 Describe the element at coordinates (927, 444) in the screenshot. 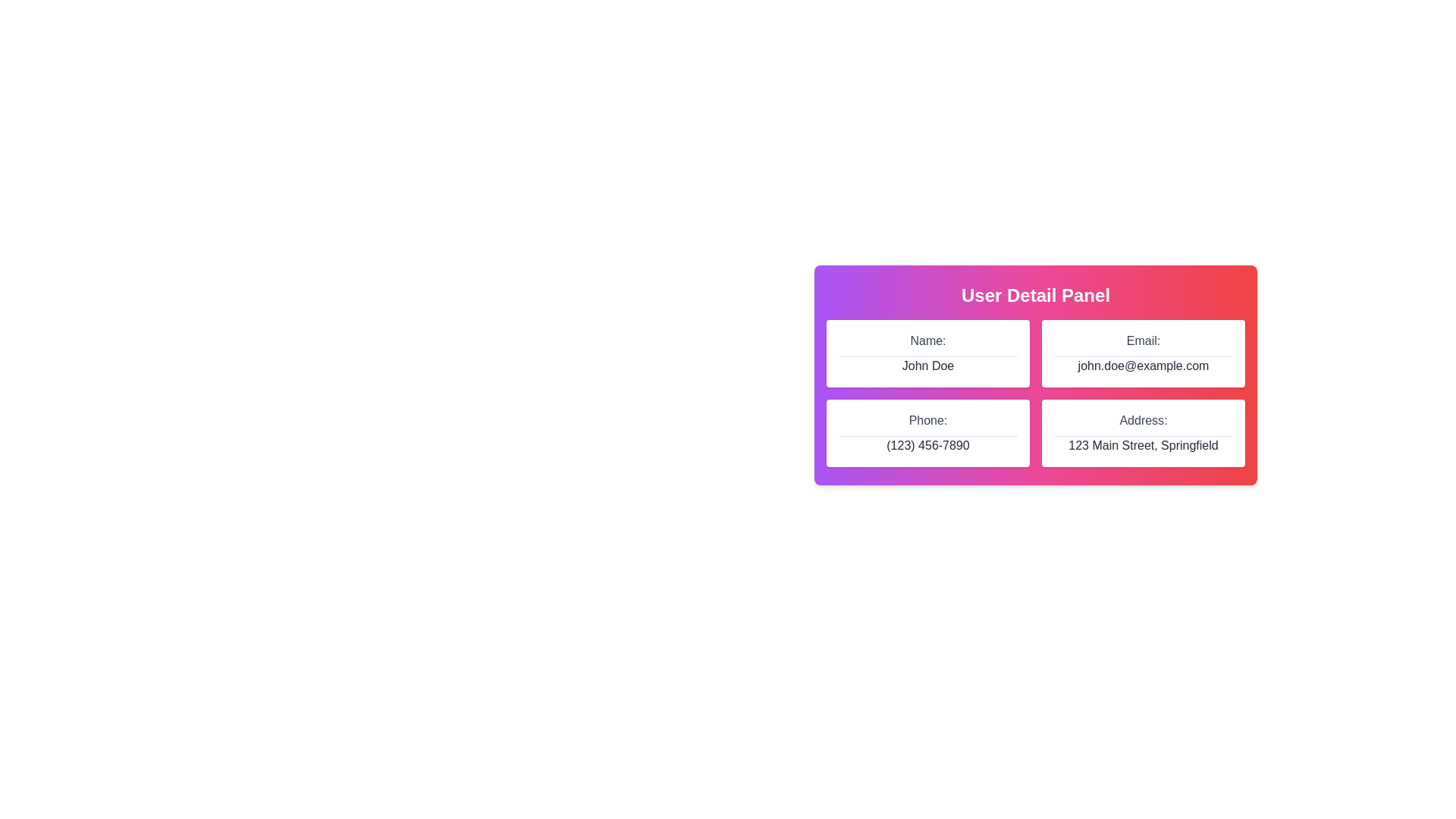

I see `the text label displaying '(123) 456-7890' located beneath the 'Phone:' label in the user detail panel` at that location.